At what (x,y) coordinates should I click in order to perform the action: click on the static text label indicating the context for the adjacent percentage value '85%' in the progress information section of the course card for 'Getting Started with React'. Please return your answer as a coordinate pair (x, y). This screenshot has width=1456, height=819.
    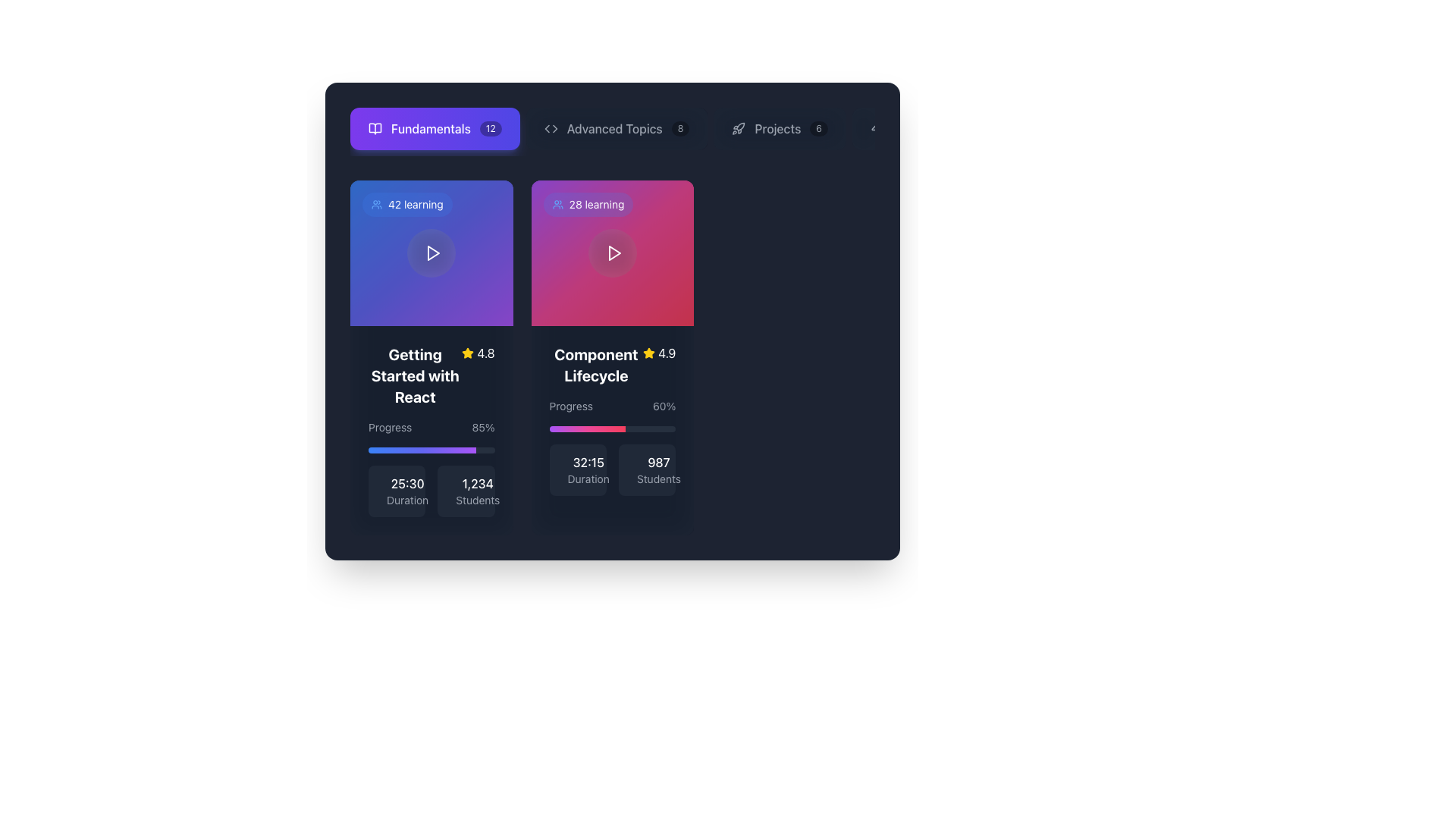
    Looking at the image, I should click on (390, 427).